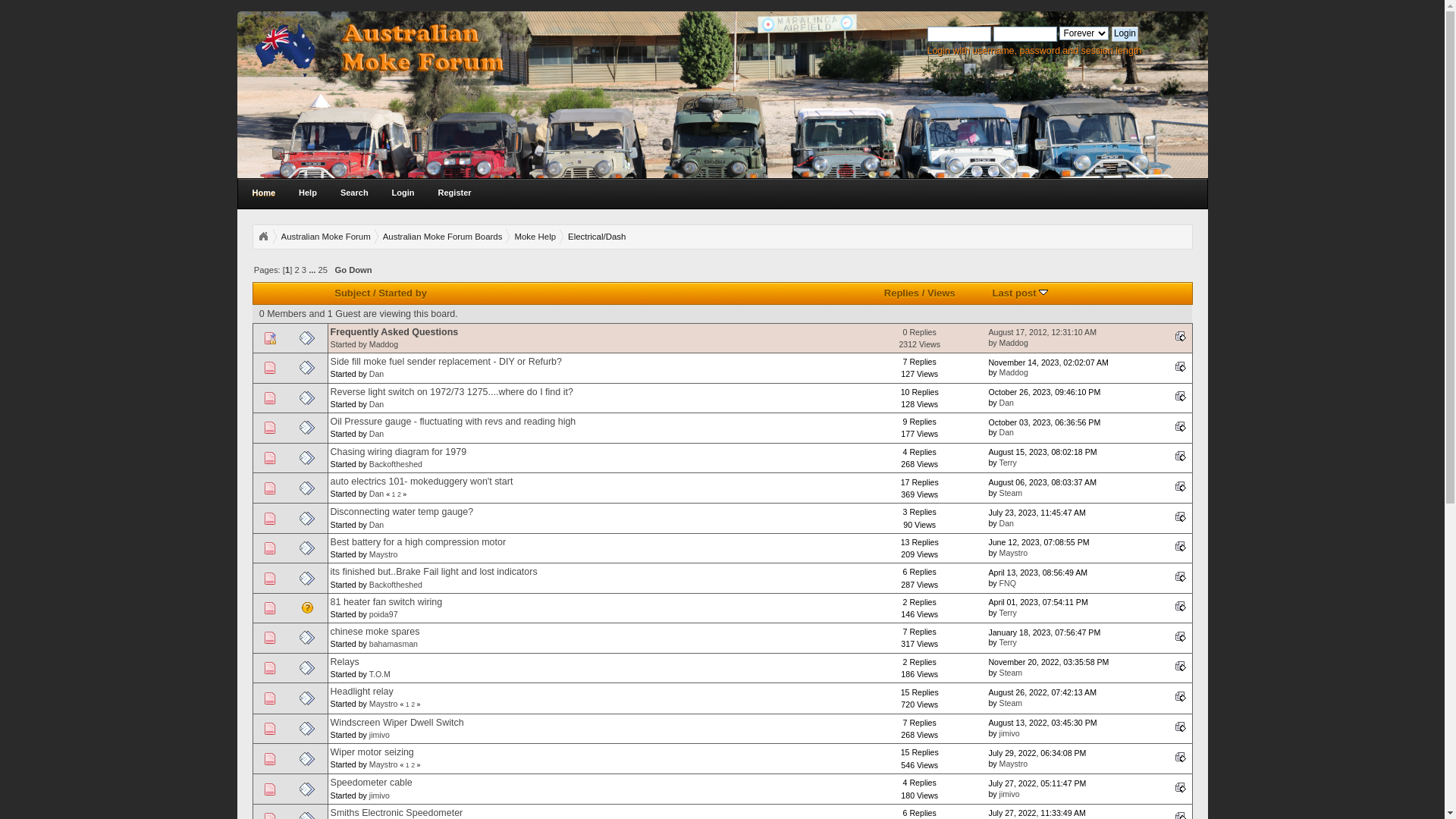 The height and width of the screenshot is (819, 1456). I want to click on 'Maddog', so click(383, 344).